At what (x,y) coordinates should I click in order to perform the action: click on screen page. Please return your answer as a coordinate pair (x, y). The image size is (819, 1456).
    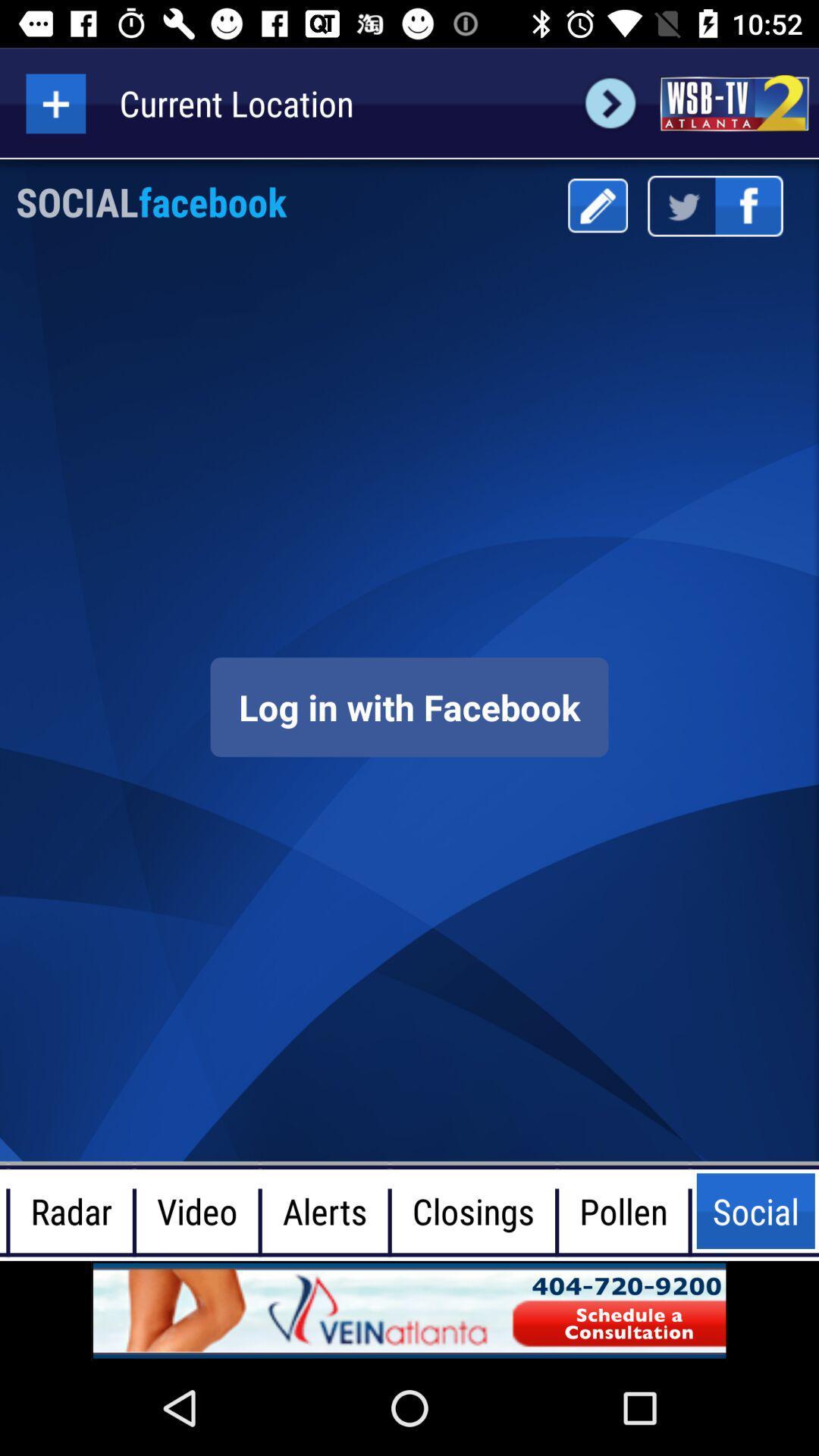
    Looking at the image, I should click on (409, 1310).